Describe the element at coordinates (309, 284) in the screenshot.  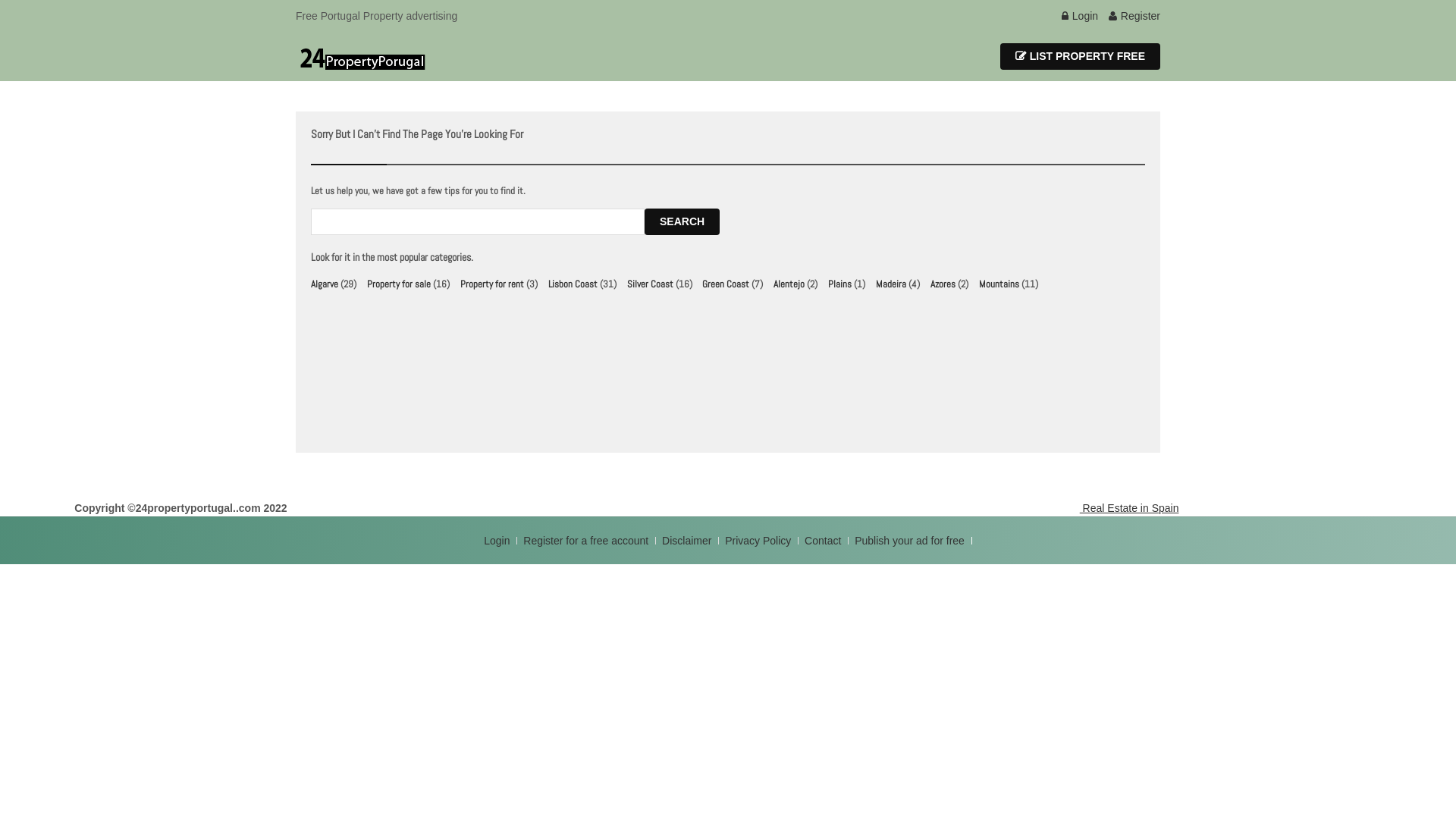
I see `'Algarve'` at that location.